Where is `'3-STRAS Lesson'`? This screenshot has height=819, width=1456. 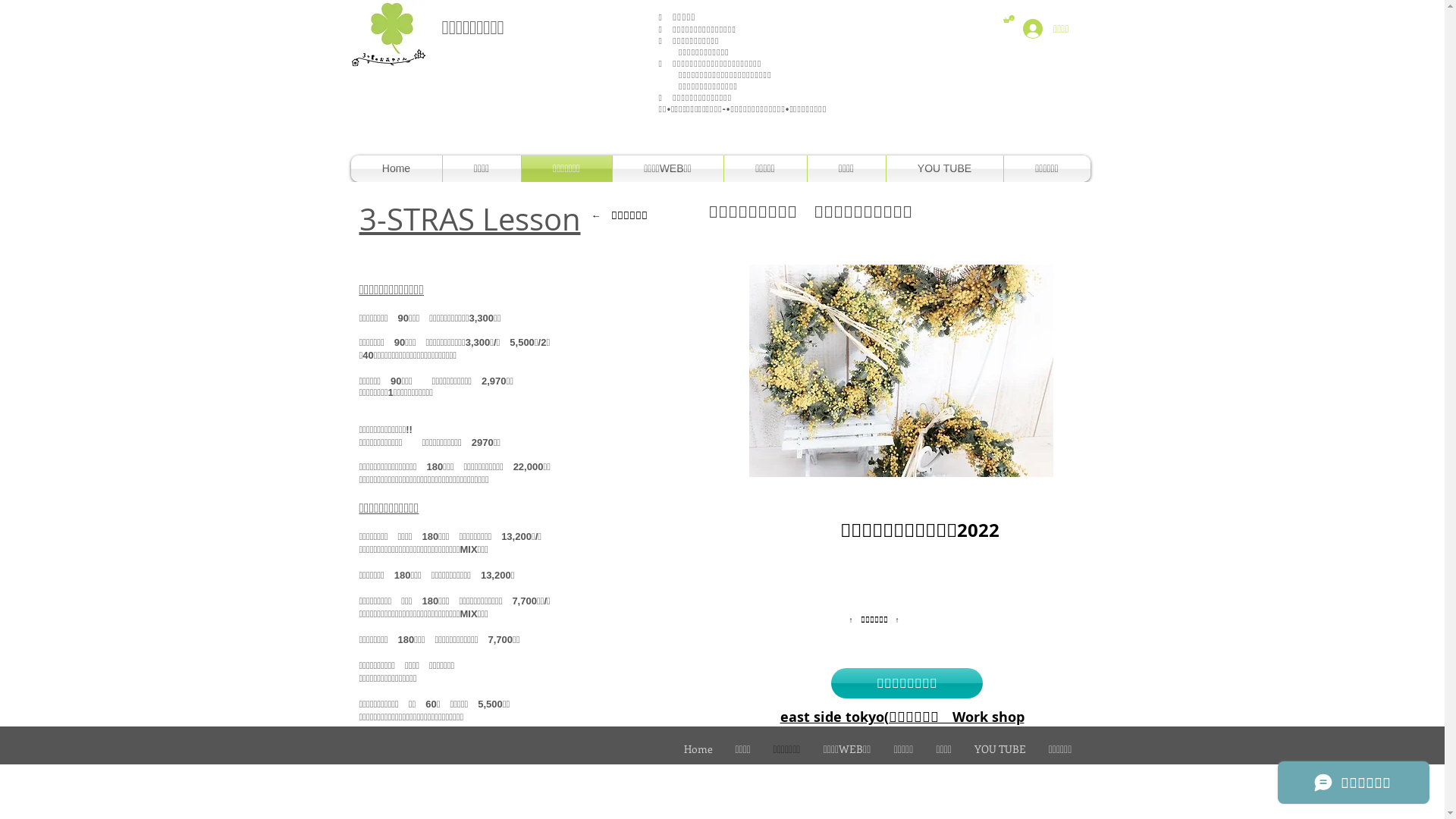 '3-STRAS Lesson' is located at coordinates (469, 219).